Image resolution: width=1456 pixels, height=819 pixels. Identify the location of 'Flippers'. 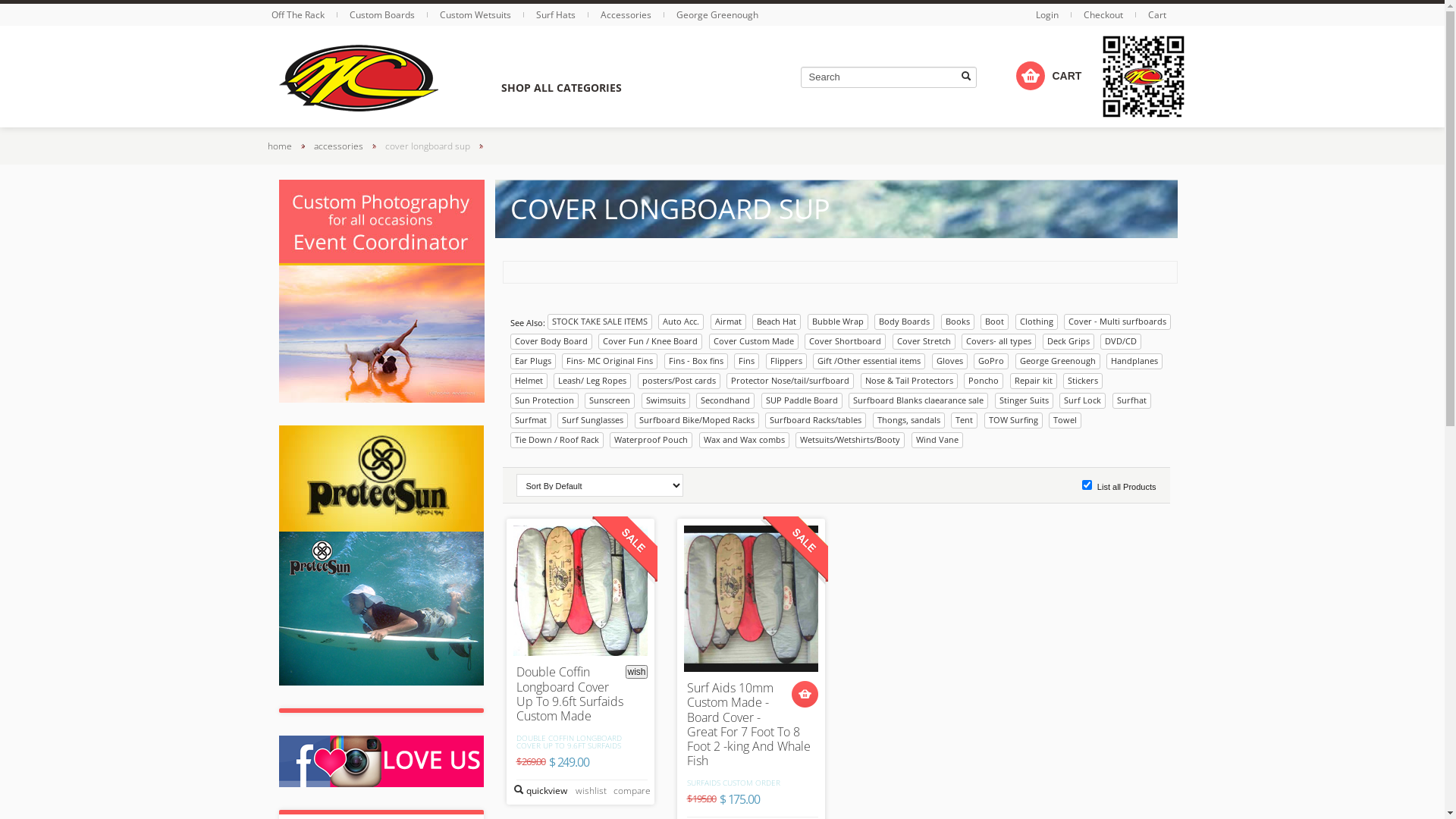
(786, 361).